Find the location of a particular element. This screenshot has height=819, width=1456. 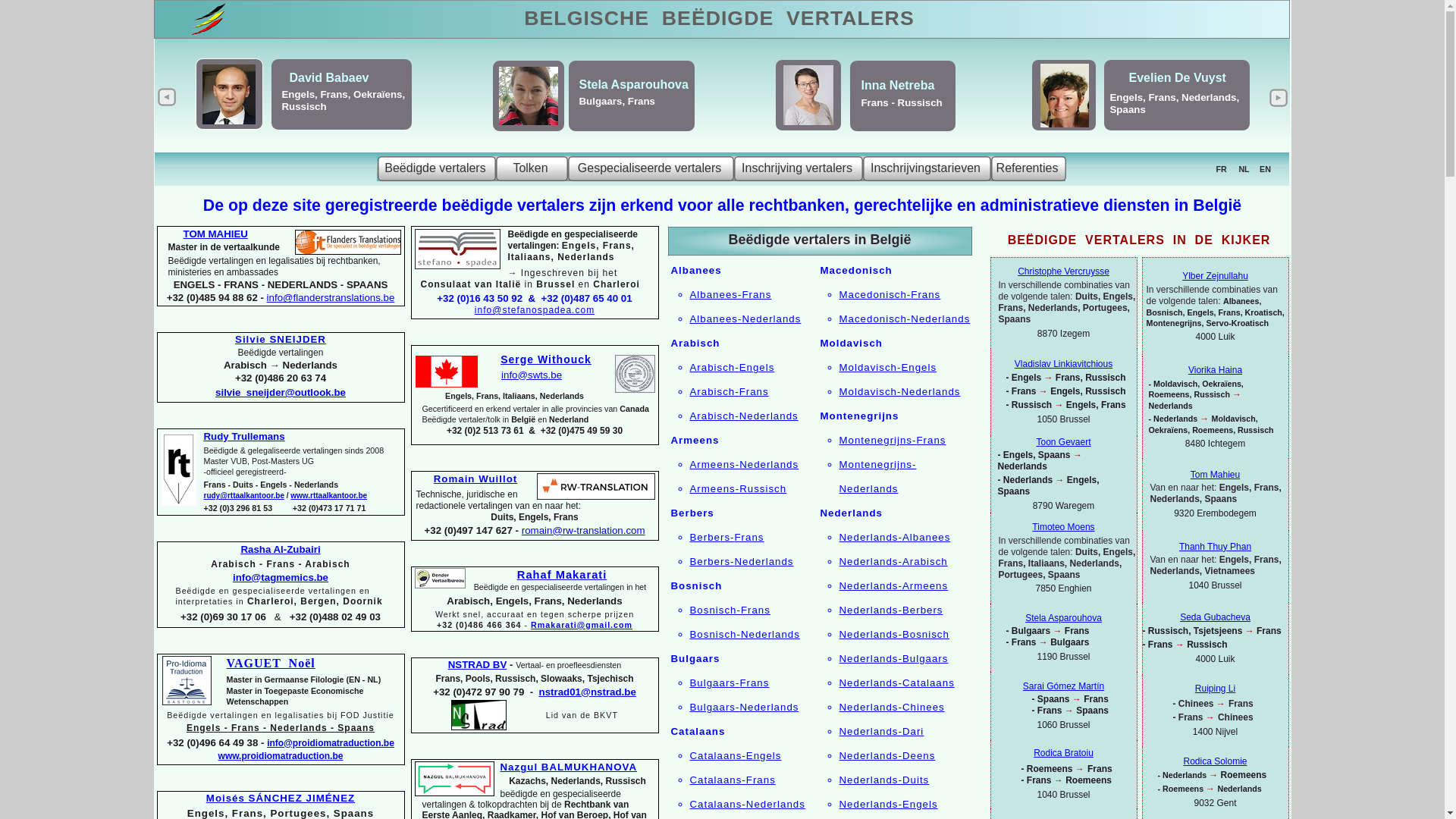

'Albanees-Nederlands' is located at coordinates (745, 318).